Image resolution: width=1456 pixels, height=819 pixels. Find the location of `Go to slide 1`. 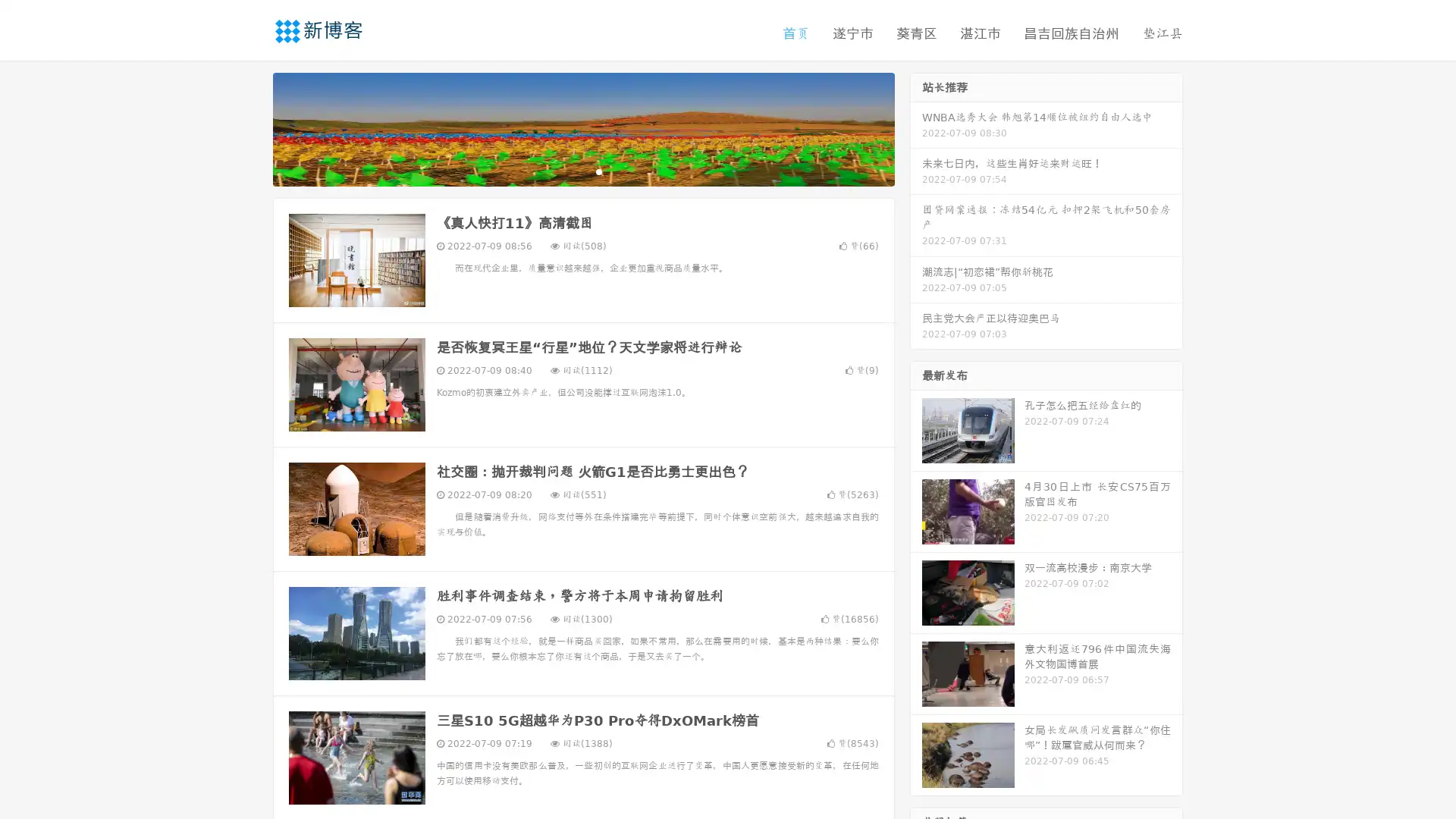

Go to slide 1 is located at coordinates (567, 171).